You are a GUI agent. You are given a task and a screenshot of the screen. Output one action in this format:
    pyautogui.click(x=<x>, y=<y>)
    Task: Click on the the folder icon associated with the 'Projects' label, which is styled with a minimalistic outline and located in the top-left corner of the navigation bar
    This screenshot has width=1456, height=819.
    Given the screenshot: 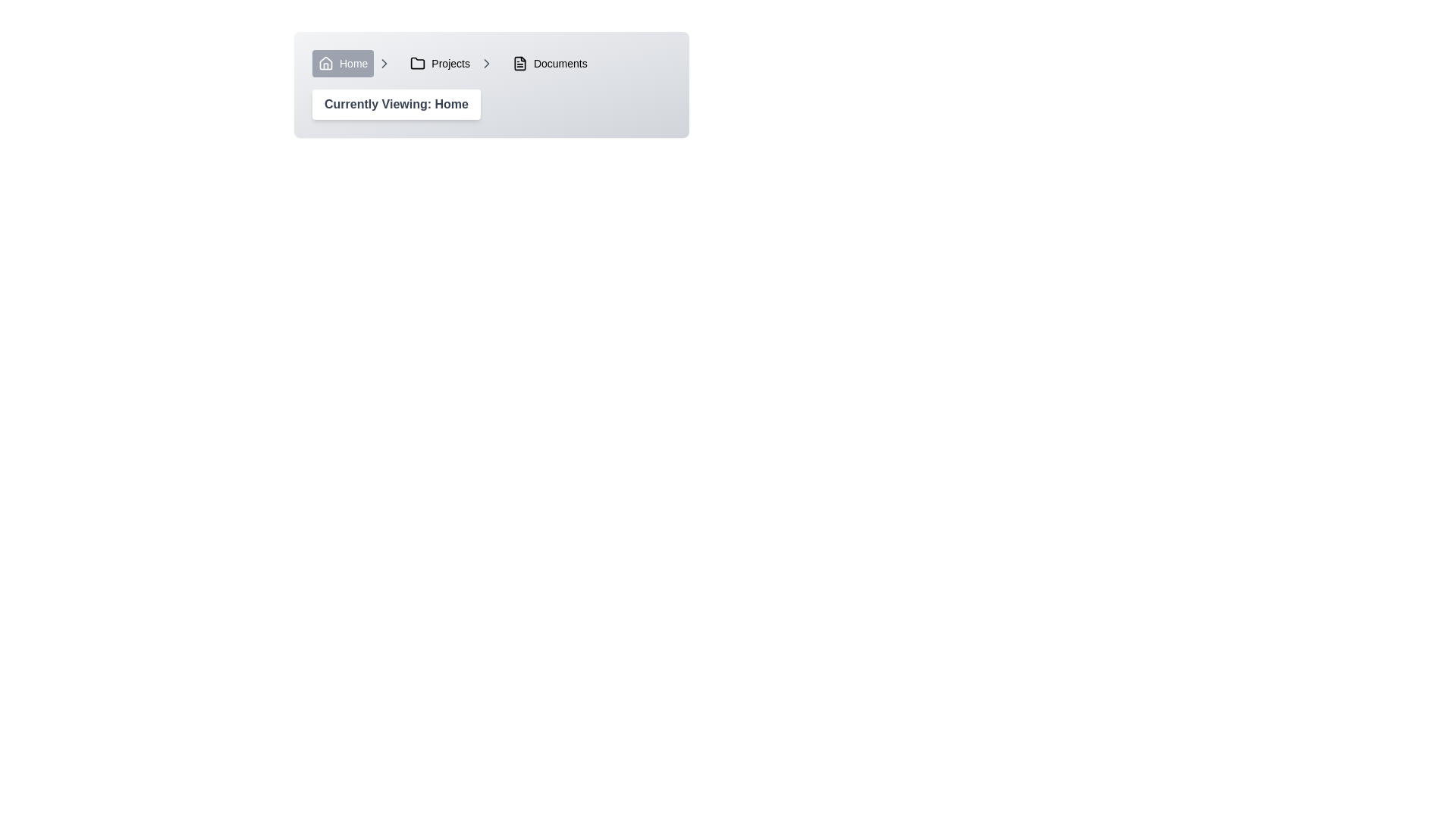 What is the action you would take?
    pyautogui.click(x=418, y=63)
    